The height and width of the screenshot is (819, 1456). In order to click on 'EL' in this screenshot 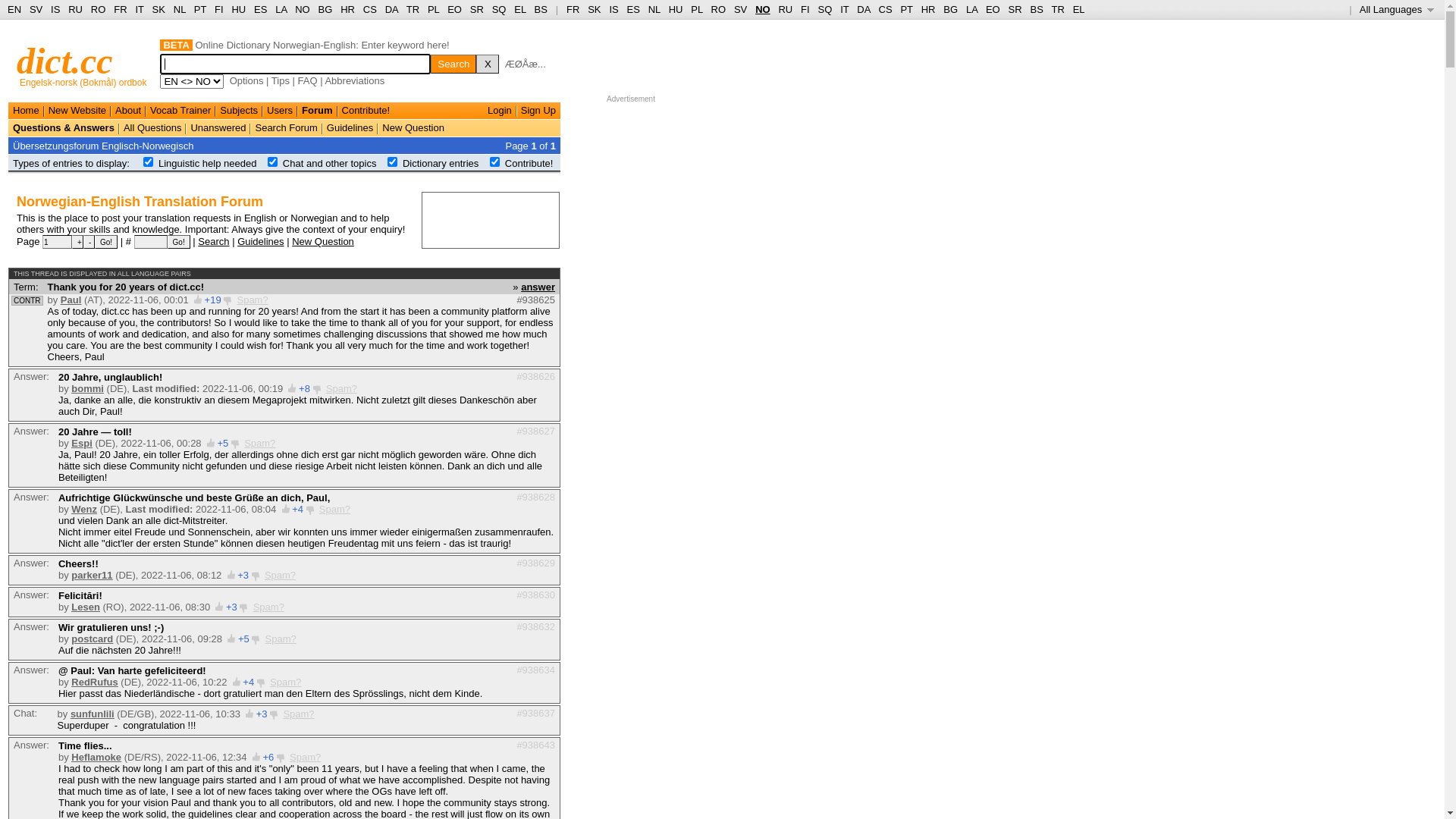, I will do `click(519, 9)`.